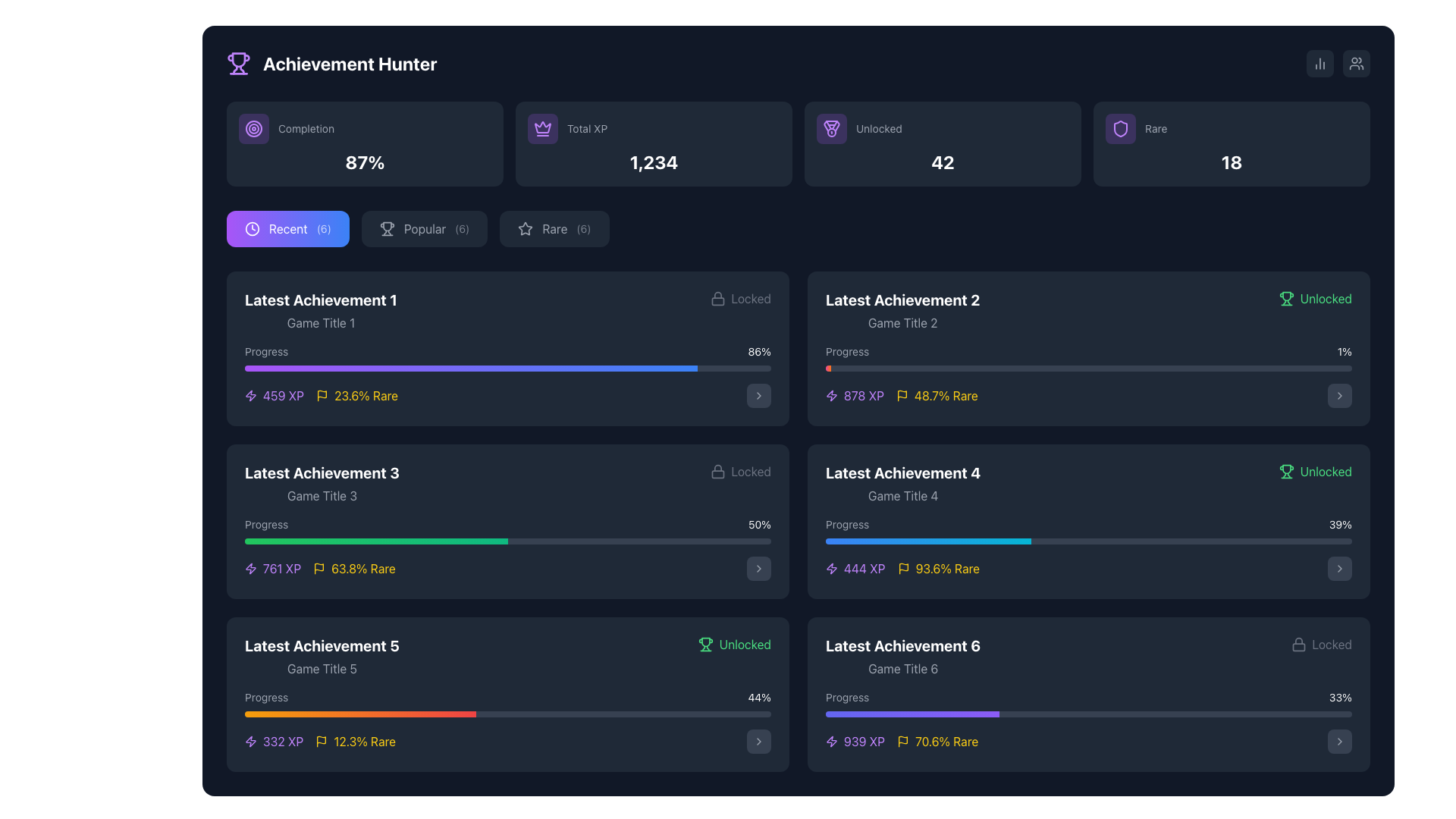 This screenshot has width=1456, height=819. Describe the element at coordinates (740, 470) in the screenshot. I see `the informational label with an icon indicating that the achievement is currently locked, located in the third column of the second row within the achievements section, under 'Latest Achievement 3'` at that location.